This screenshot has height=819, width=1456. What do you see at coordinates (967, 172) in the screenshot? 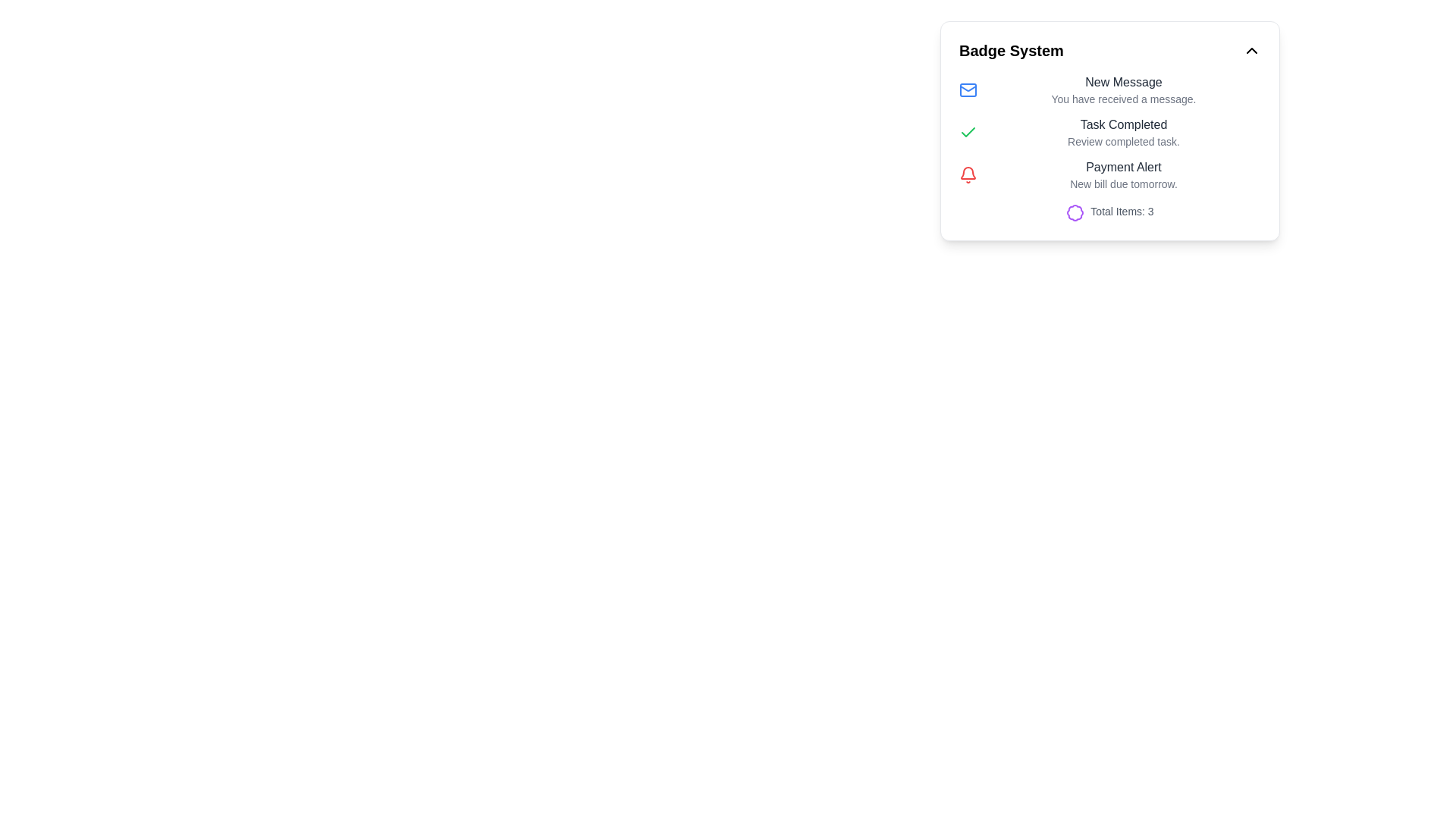
I see `the bell icon in the 'Badge System' section, which symbolizes an alert or notification, positioned as the third item in a vertical list of icons` at bounding box center [967, 172].